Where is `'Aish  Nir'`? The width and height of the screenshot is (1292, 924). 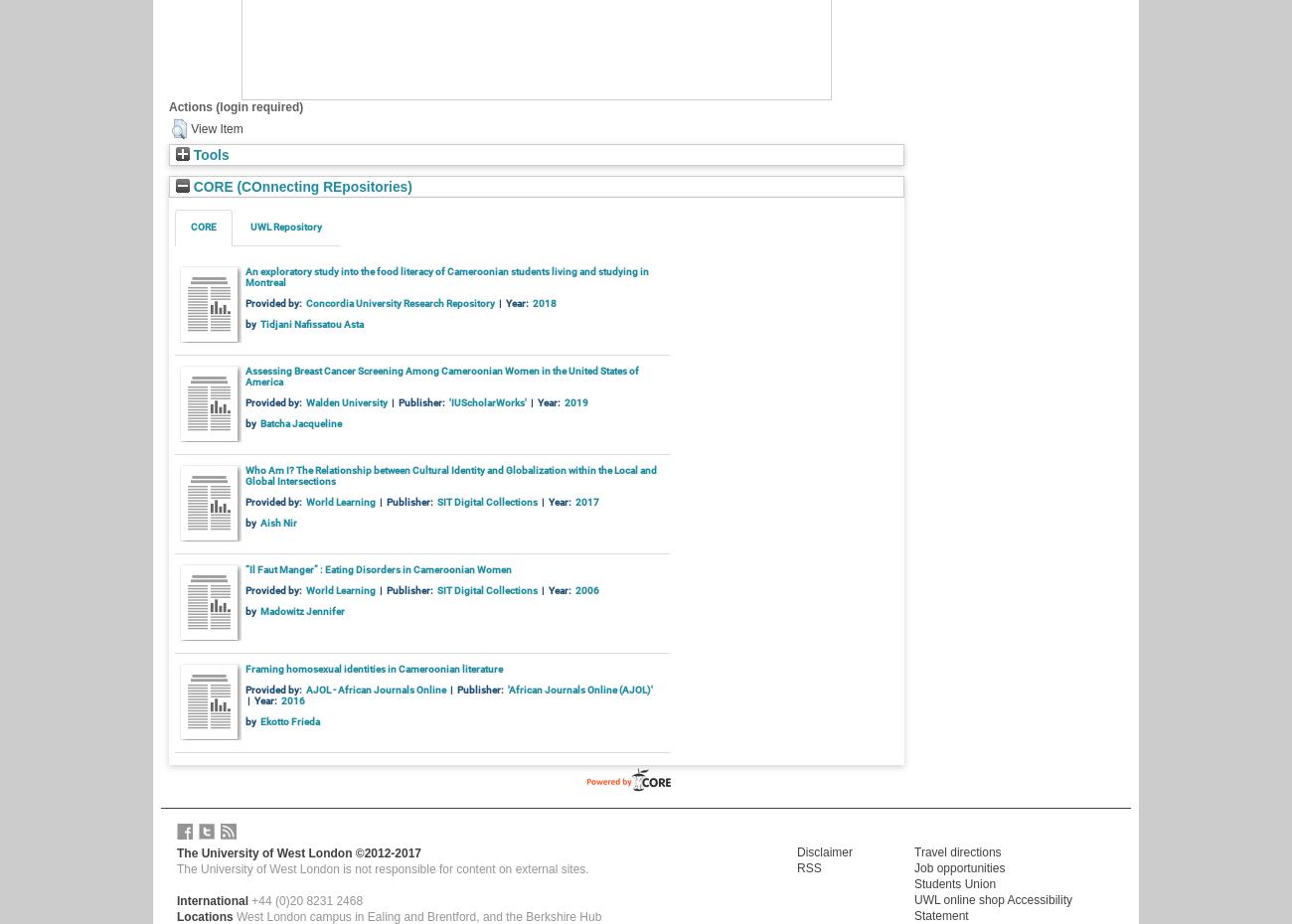 'Aish  Nir' is located at coordinates (257, 521).